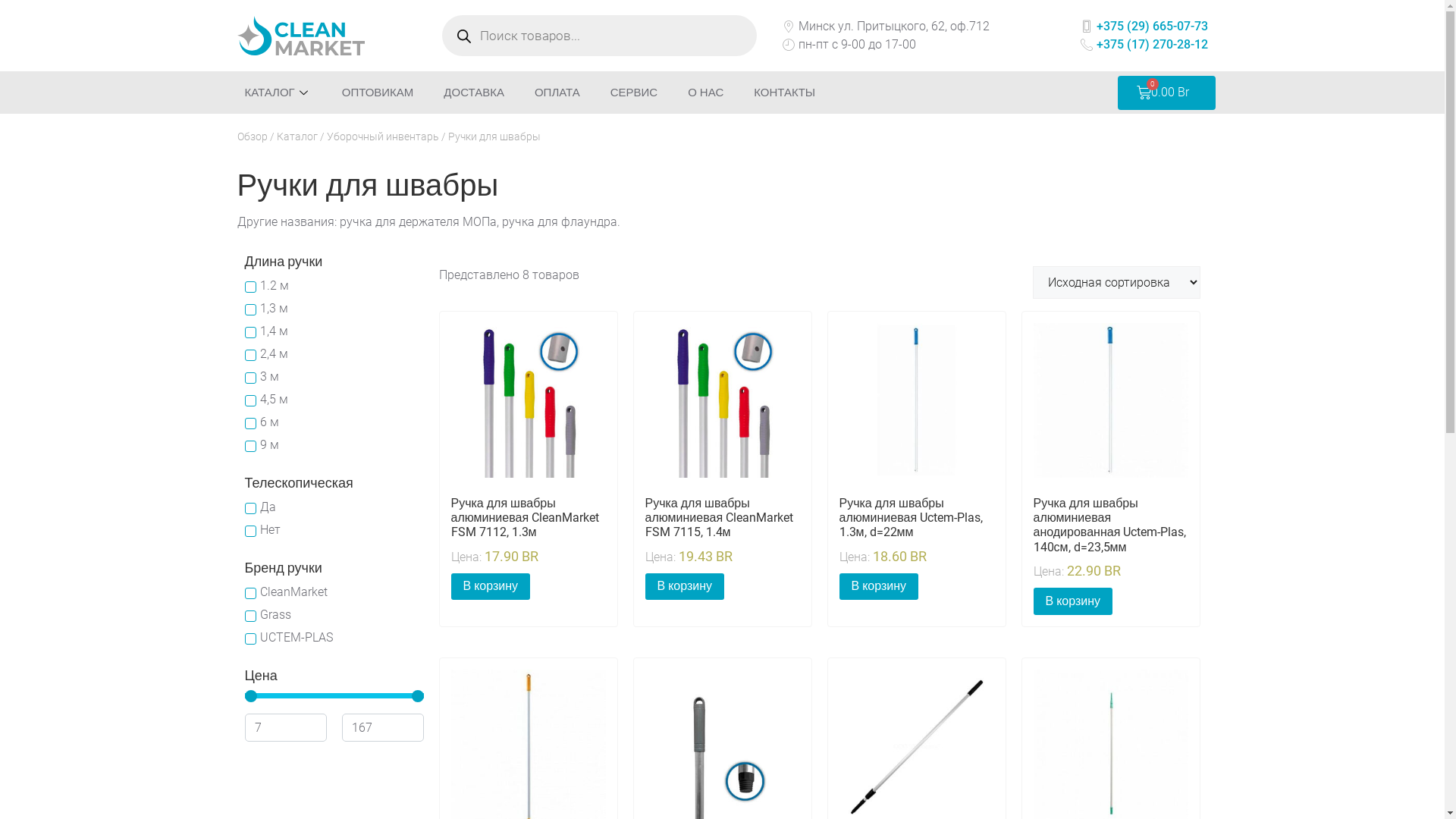 This screenshot has width=1456, height=819. What do you see at coordinates (1166, 93) in the screenshot?
I see `'0.00 Br'` at bounding box center [1166, 93].